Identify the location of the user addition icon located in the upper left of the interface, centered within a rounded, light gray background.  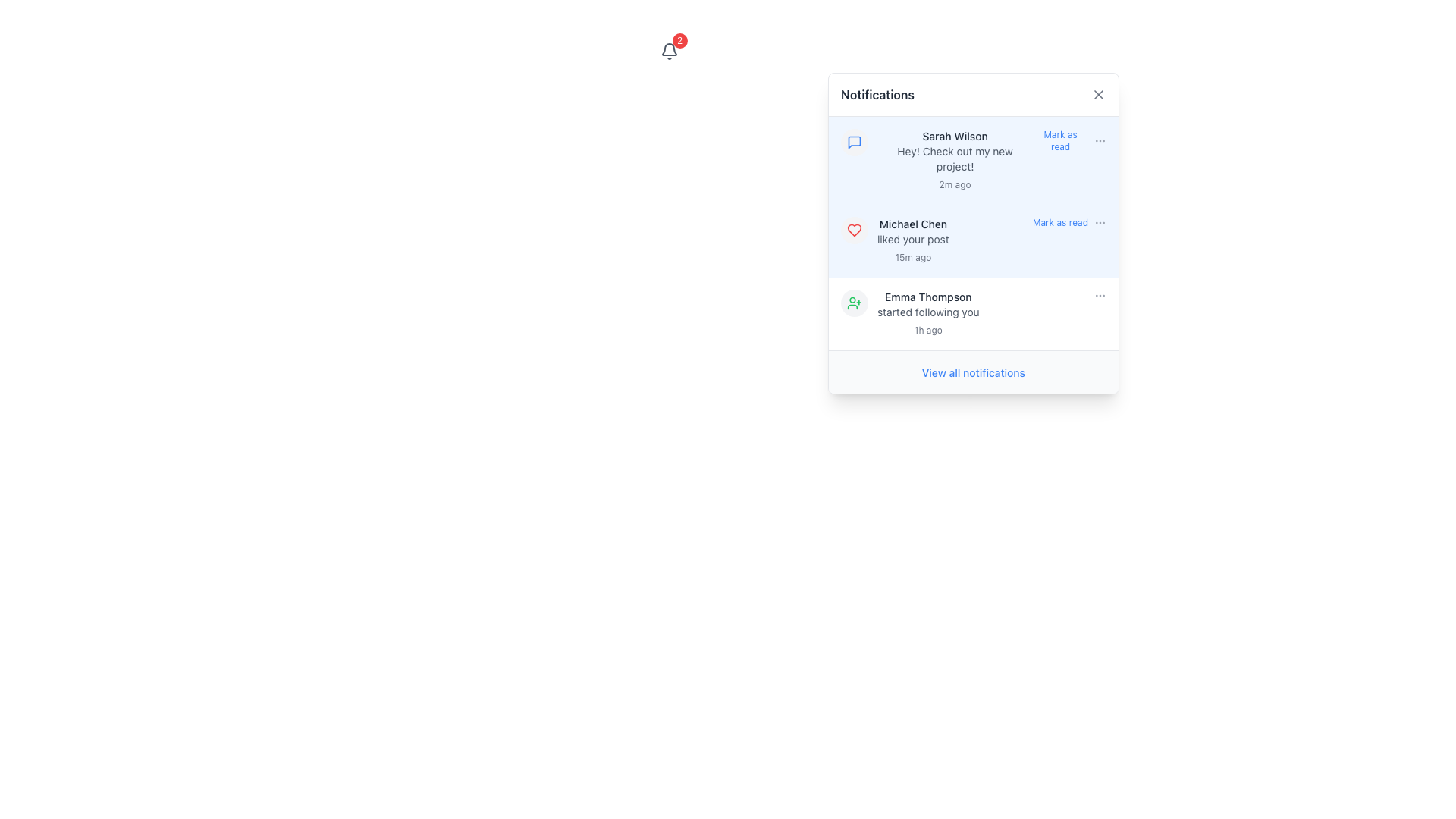
(855, 303).